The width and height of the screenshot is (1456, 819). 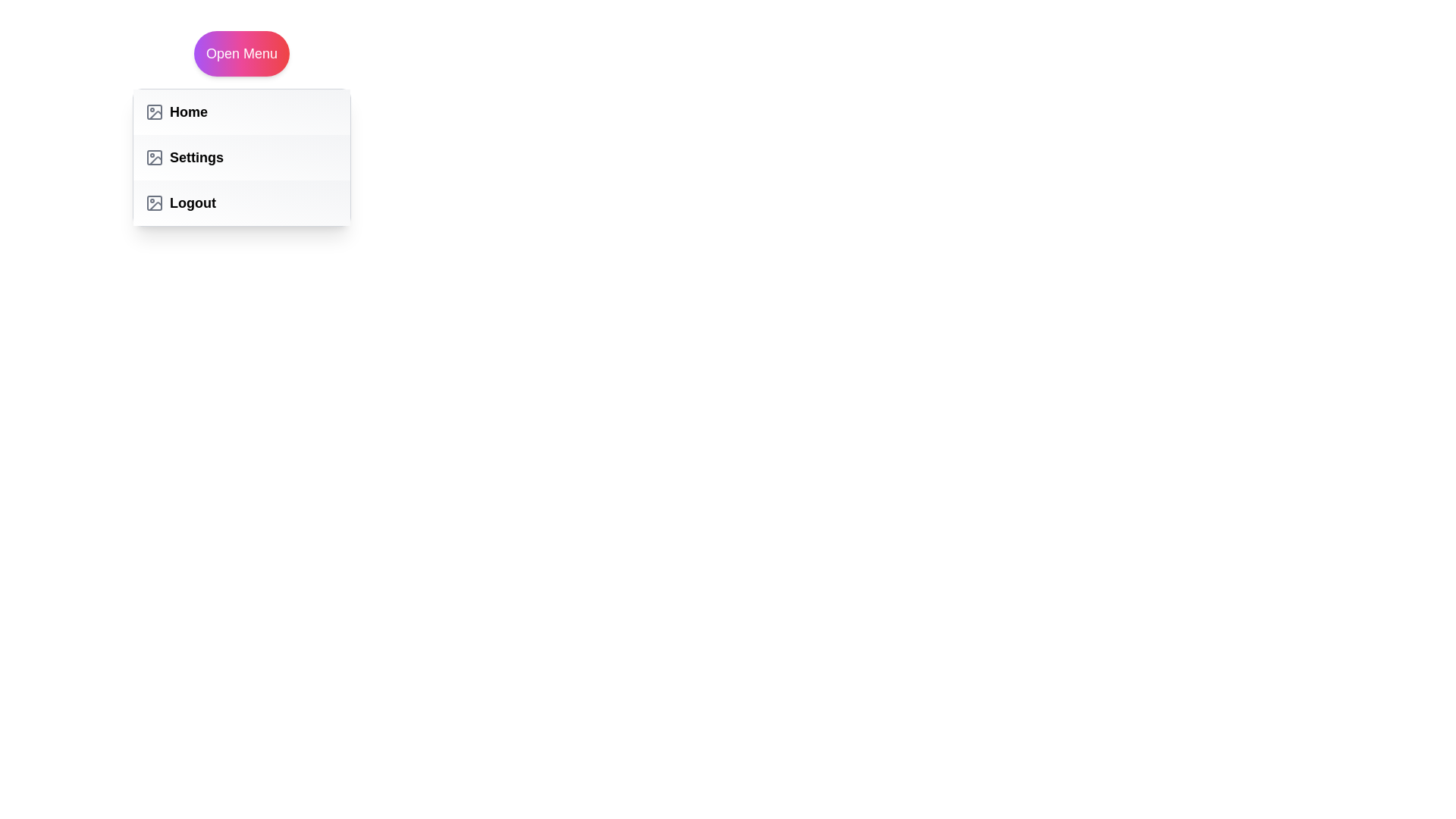 What do you see at coordinates (240, 202) in the screenshot?
I see `the menu item Logout by clicking on it` at bounding box center [240, 202].